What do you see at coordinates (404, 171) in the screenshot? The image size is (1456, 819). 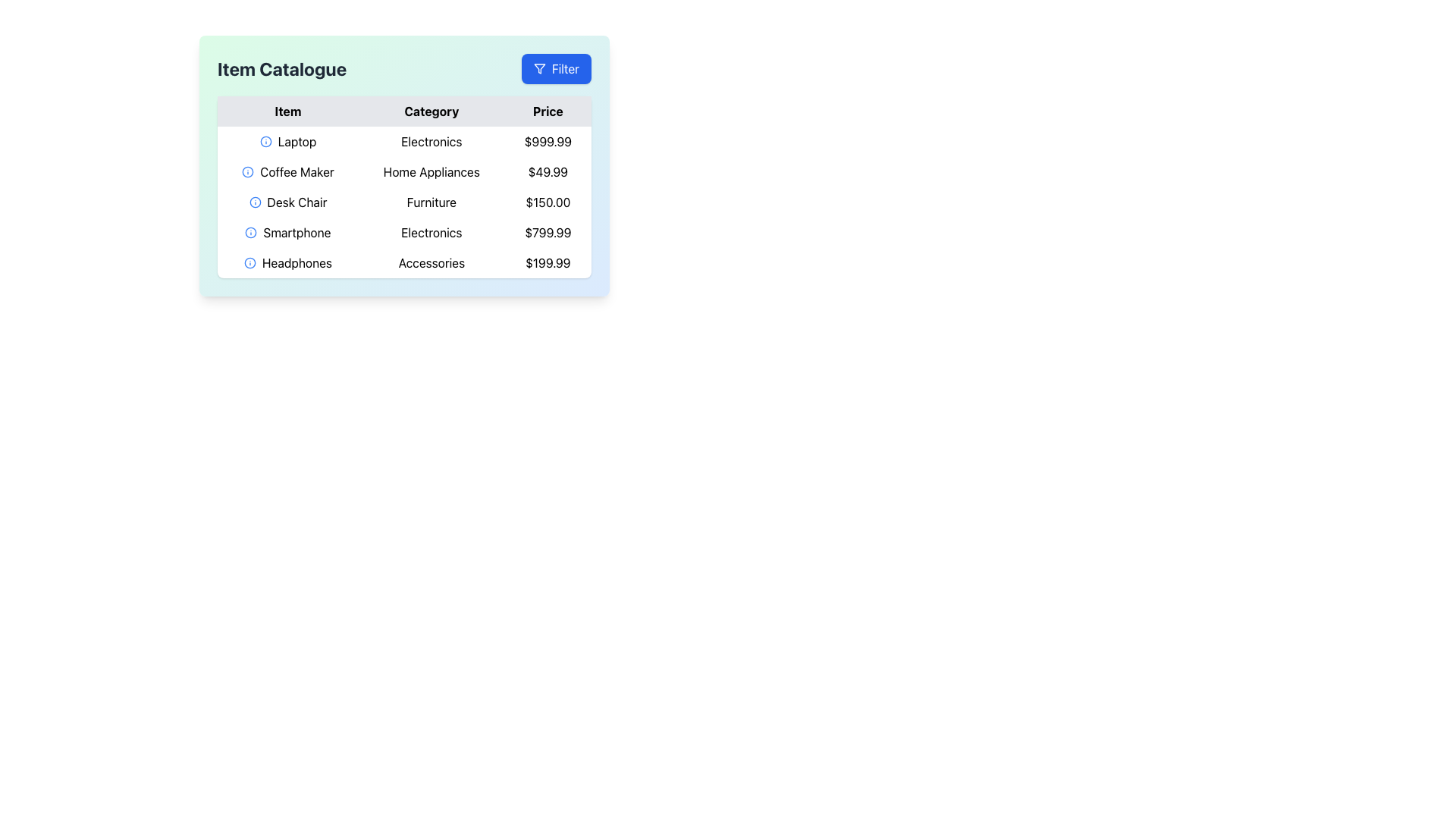 I see `the second row of the Item Catalogue table that contains 'Coffee Maker', 'Home Appliances', and '$49.99'` at bounding box center [404, 171].